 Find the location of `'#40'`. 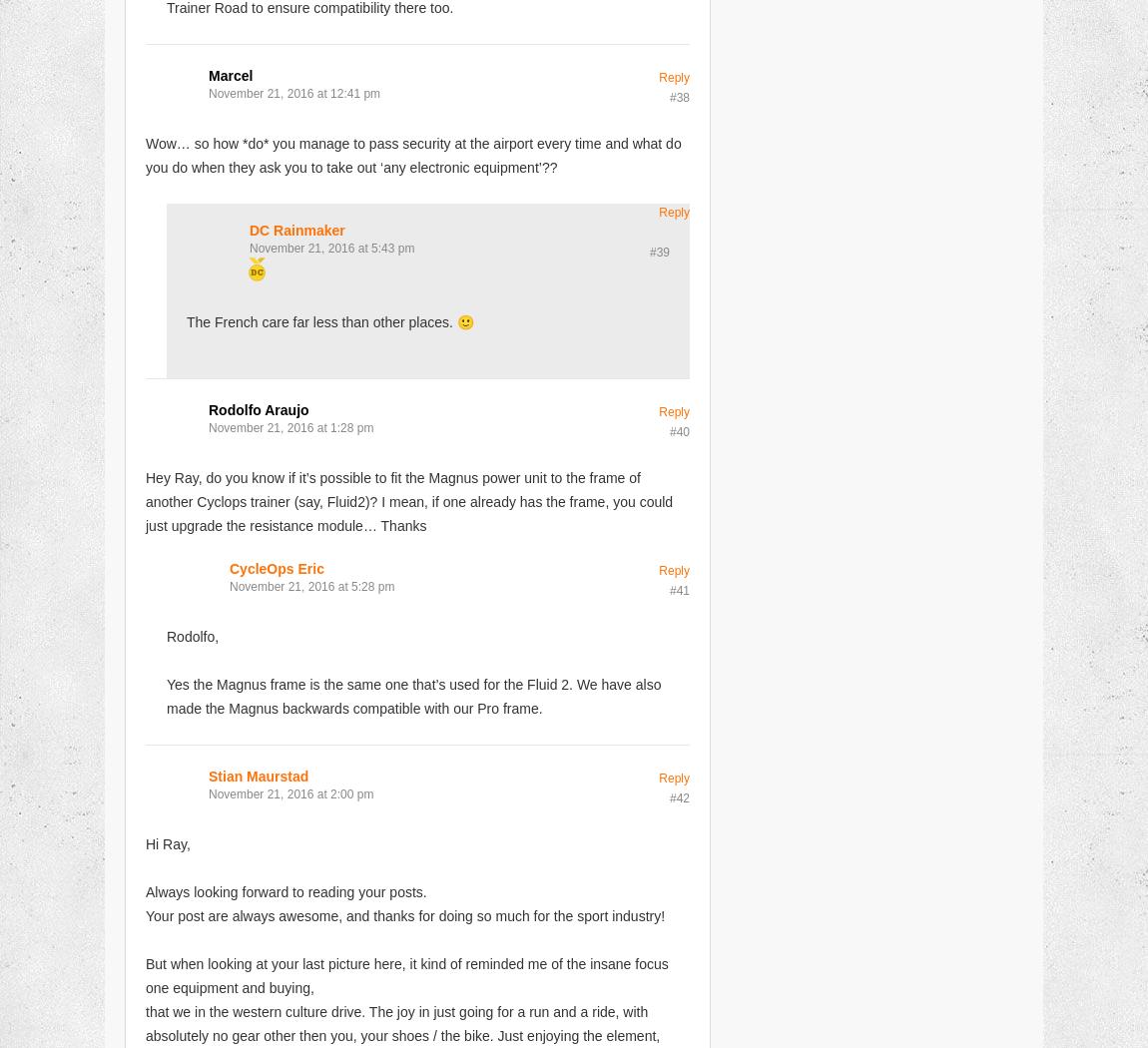

'#40' is located at coordinates (678, 429).